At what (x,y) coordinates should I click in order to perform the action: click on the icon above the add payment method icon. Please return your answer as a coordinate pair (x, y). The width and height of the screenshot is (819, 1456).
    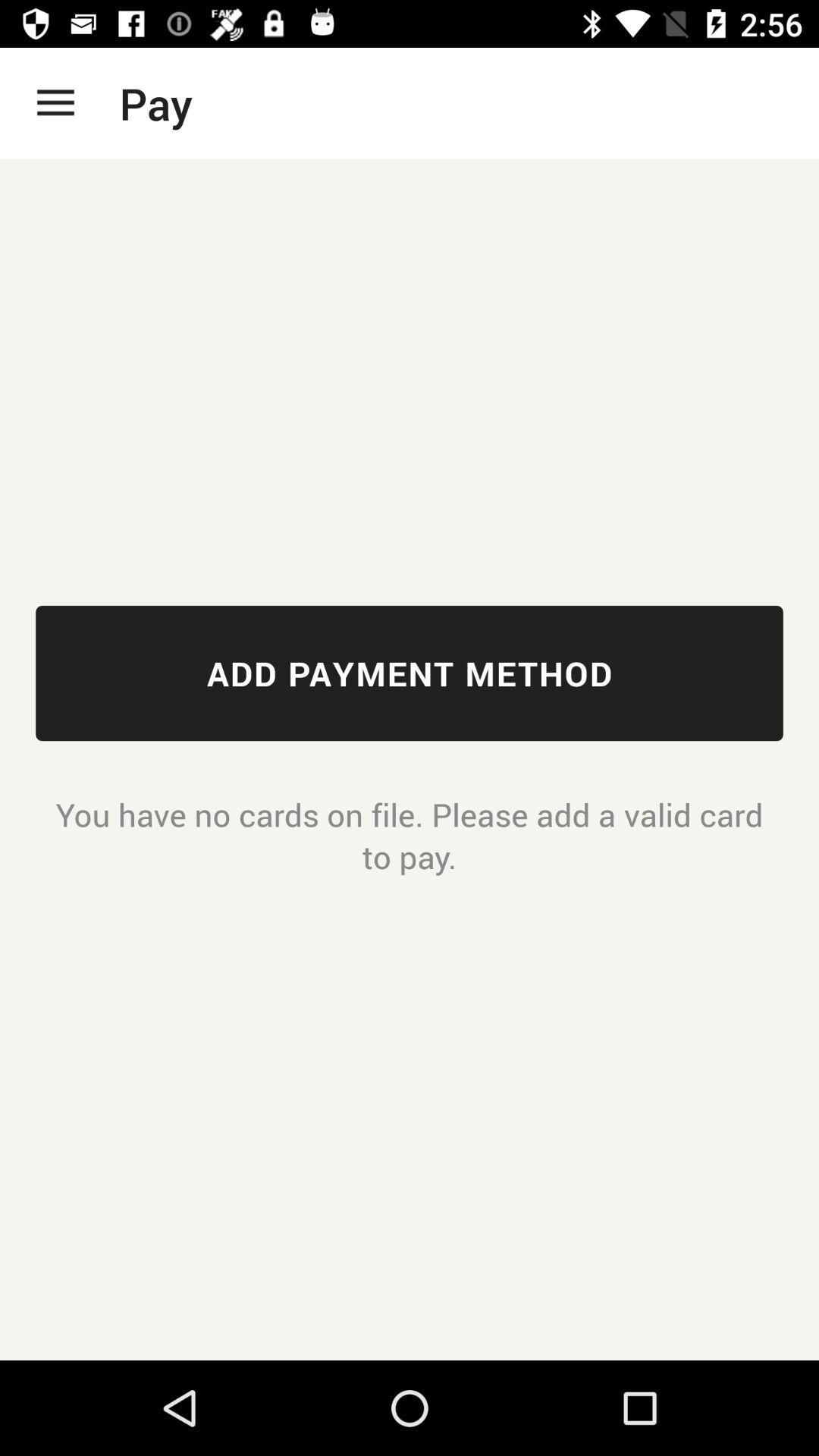
    Looking at the image, I should click on (55, 102).